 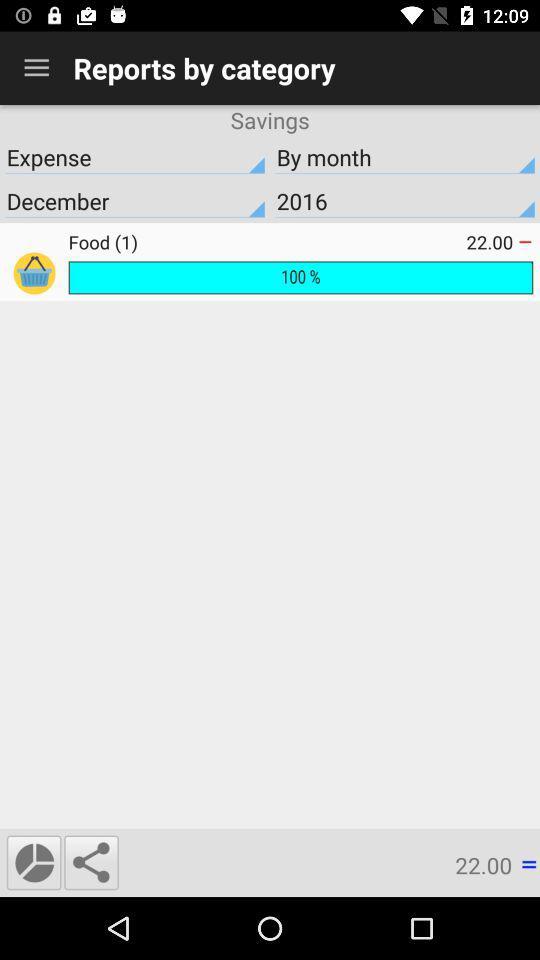 I want to click on the icon next to the reports by category item, so click(x=36, y=68).